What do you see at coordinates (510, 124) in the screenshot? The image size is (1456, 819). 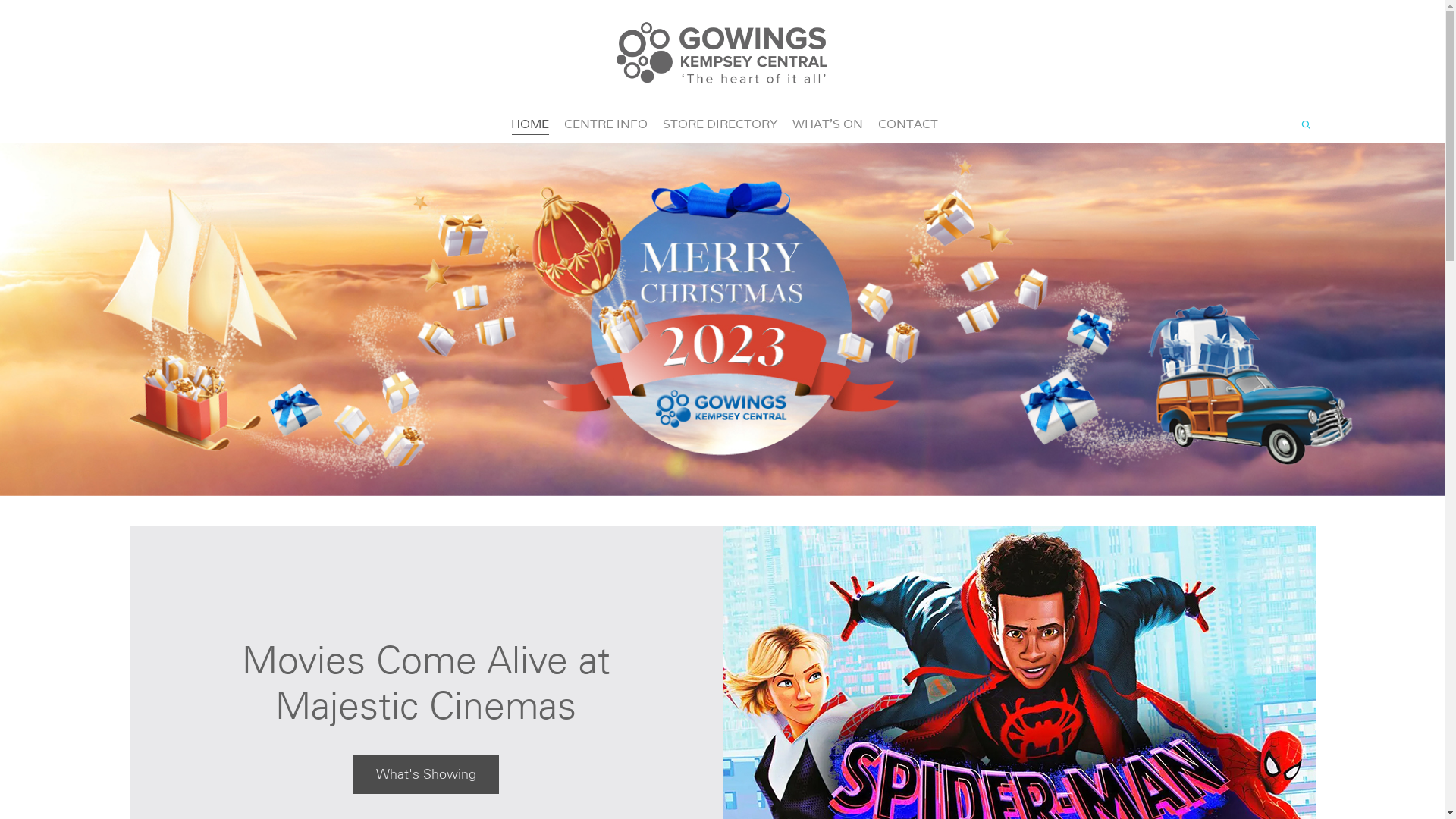 I see `'HOME'` at bounding box center [510, 124].